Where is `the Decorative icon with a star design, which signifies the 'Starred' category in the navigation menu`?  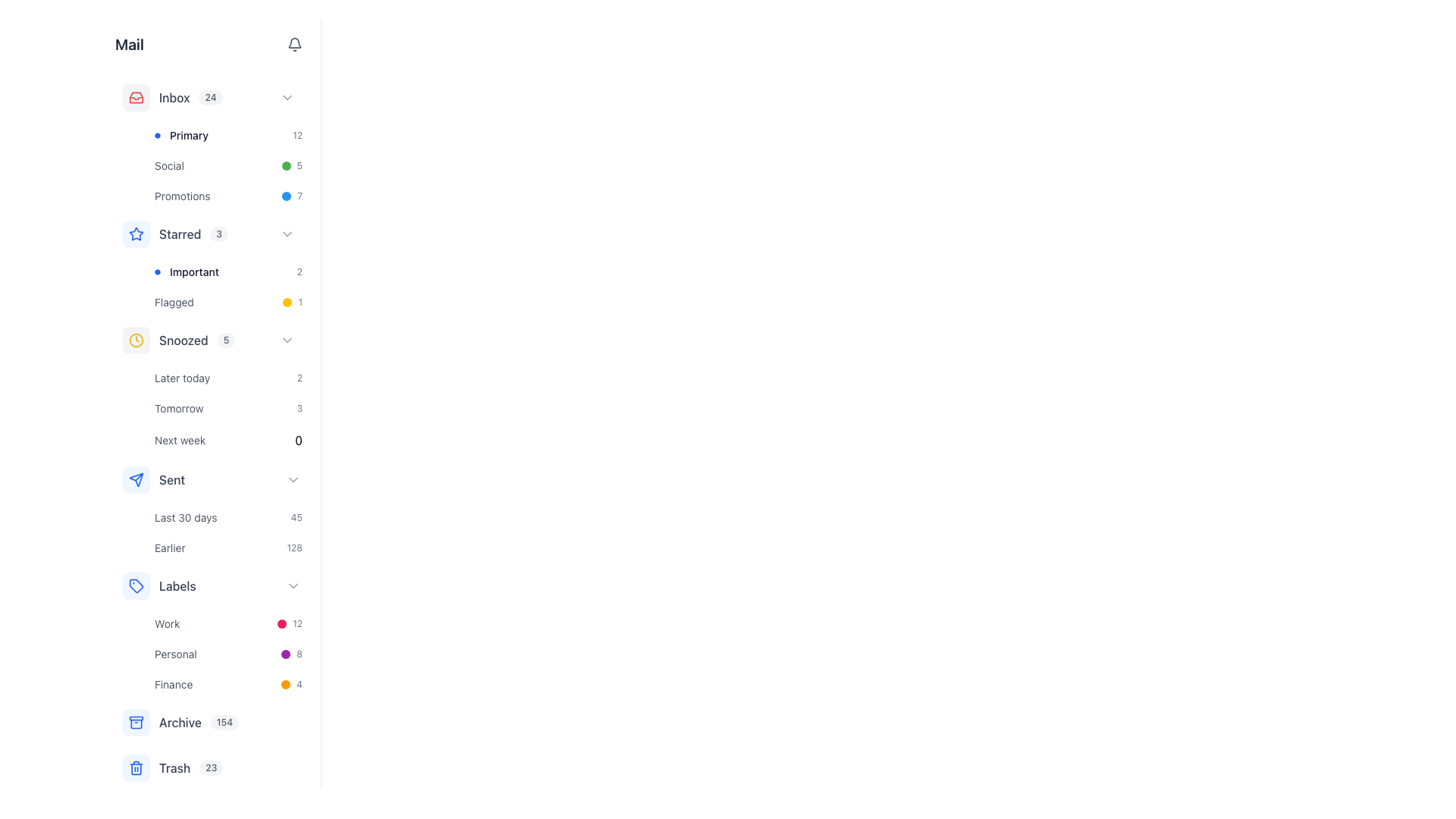
the Decorative icon with a star design, which signifies the 'Starred' category in the navigation menu is located at coordinates (136, 234).